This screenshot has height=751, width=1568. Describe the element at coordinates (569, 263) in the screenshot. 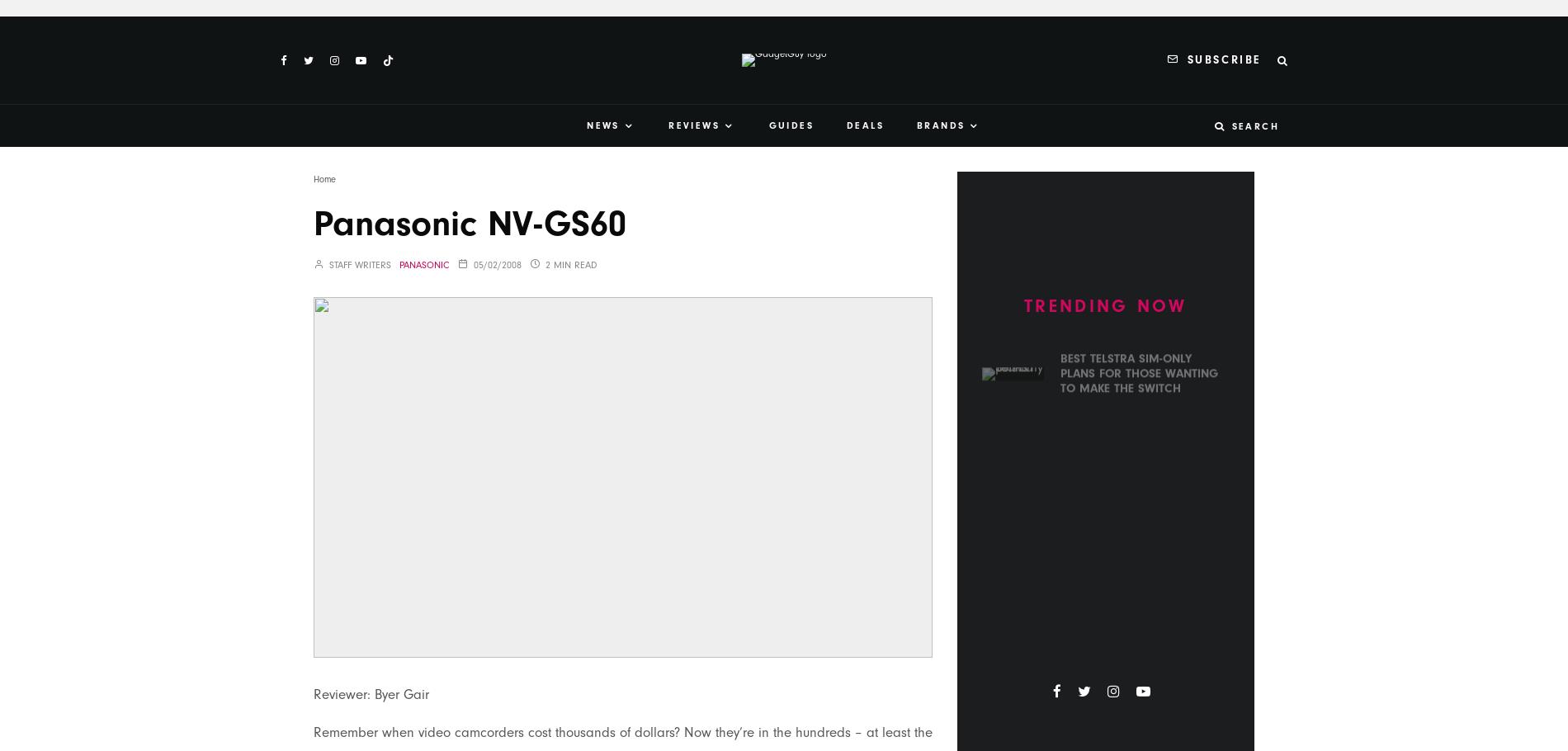

I see `'2 min read'` at that location.